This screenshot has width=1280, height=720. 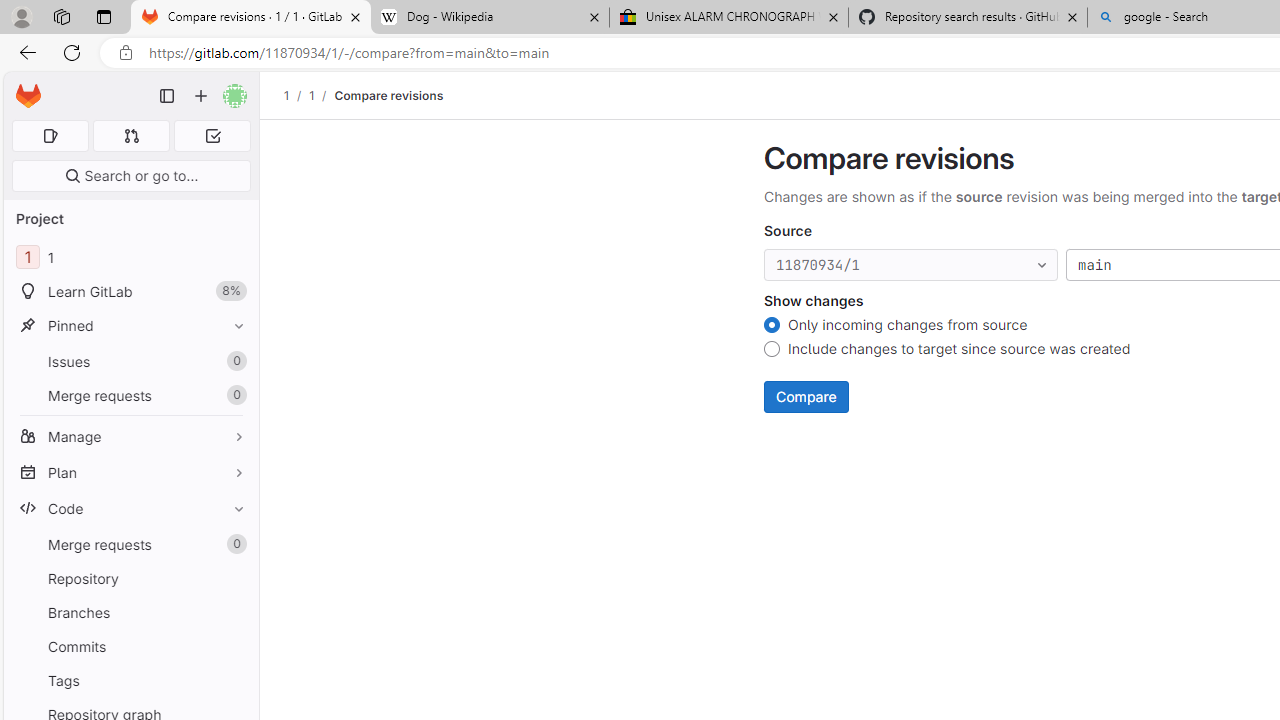 I want to click on 'Create new...', so click(x=201, y=96).